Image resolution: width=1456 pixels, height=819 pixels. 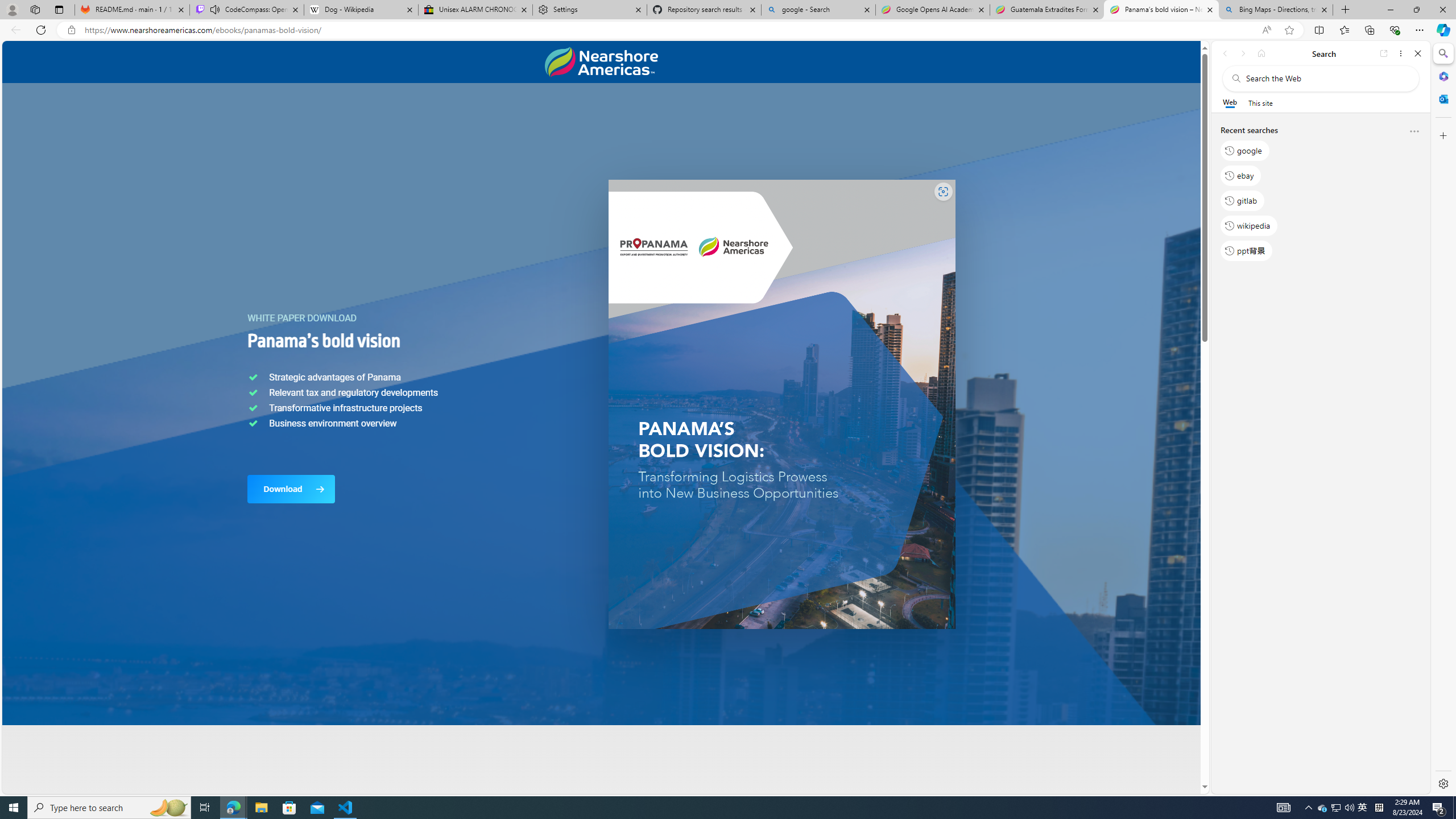 I want to click on 'Google Opens AI Academy for Startups - Nearshore Americas', so click(x=932, y=9).